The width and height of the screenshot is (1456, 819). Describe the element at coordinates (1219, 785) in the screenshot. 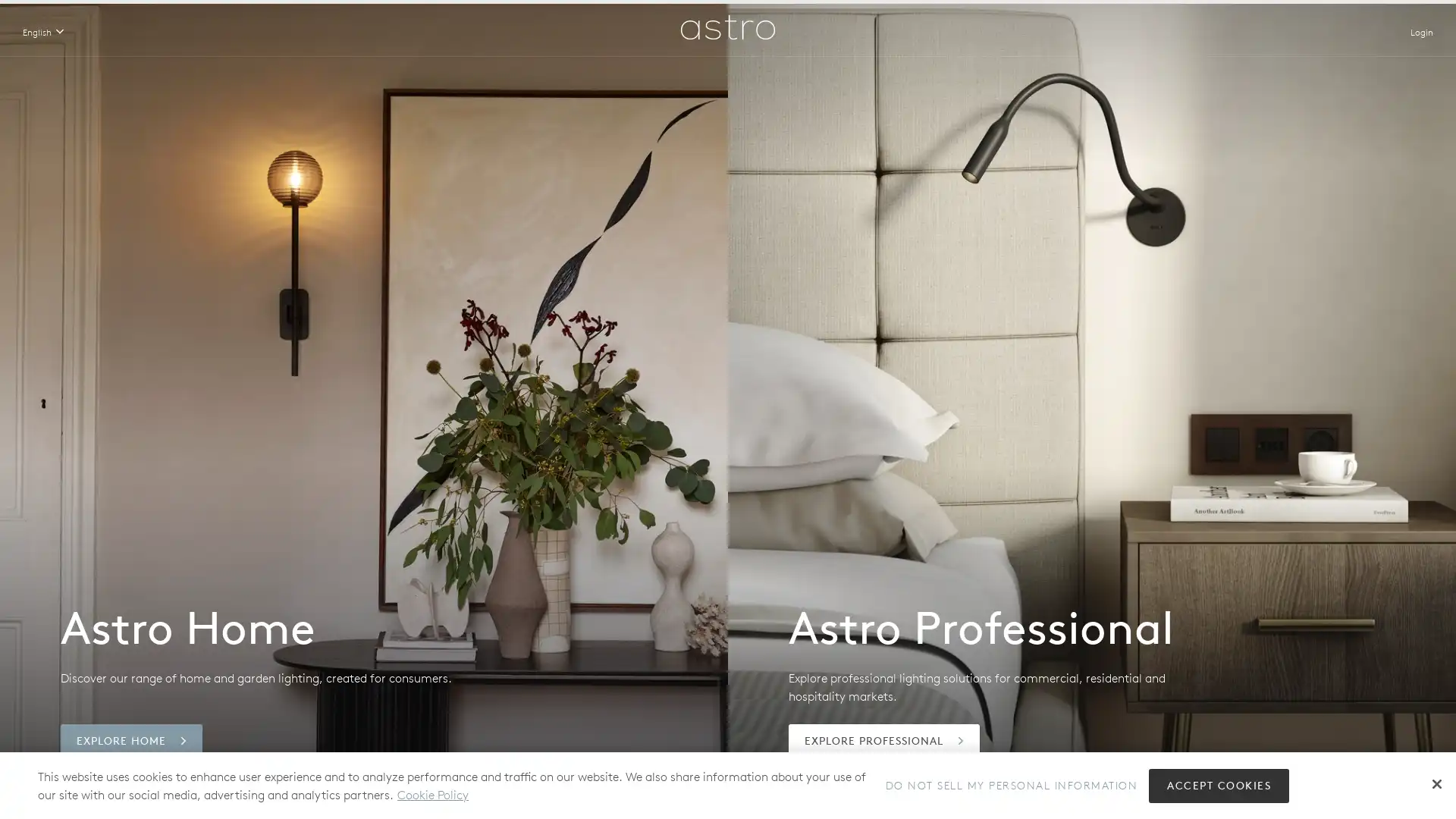

I see `ACCEPT COOKIES` at that location.